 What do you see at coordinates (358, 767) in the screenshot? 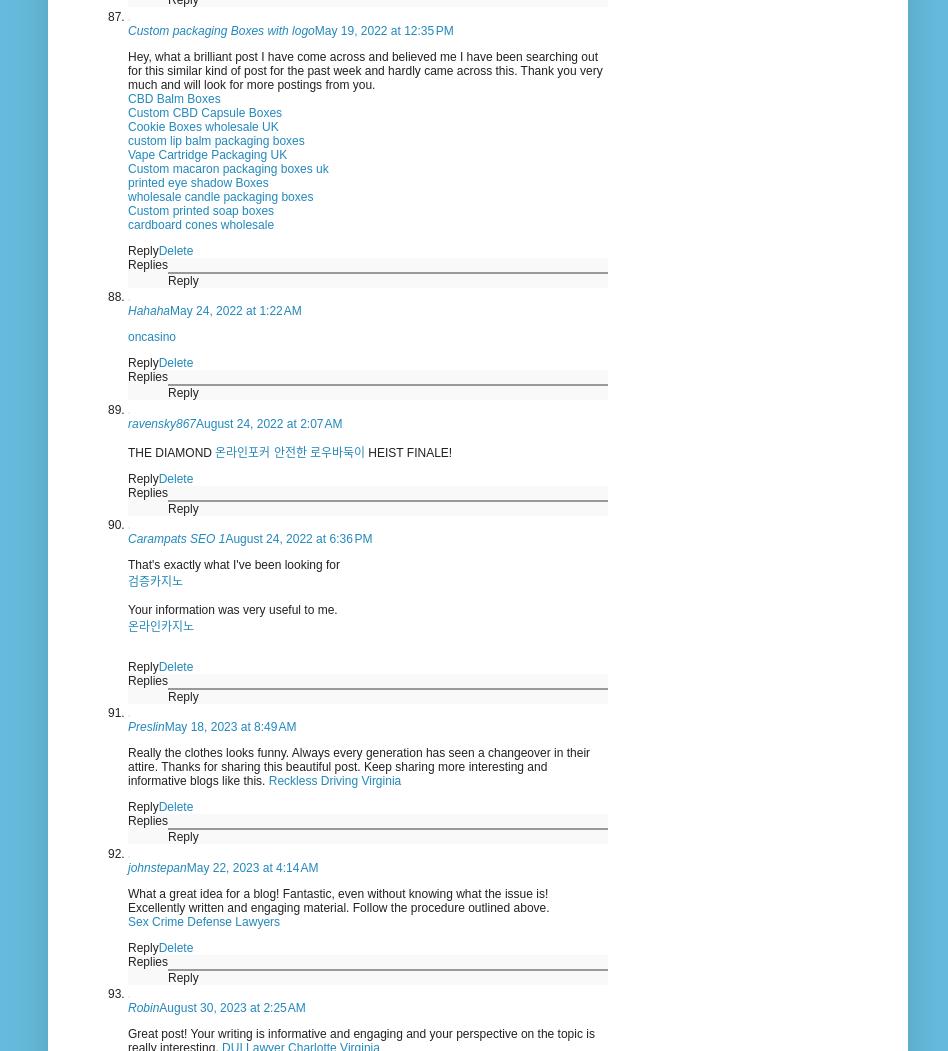
I see `'Really the clothes looks funny. Always every generation has seen a changeover in their attire. Thanks for sharing this beautiful post. Keep sharing more interesting and informative blogs like this.'` at bounding box center [358, 767].